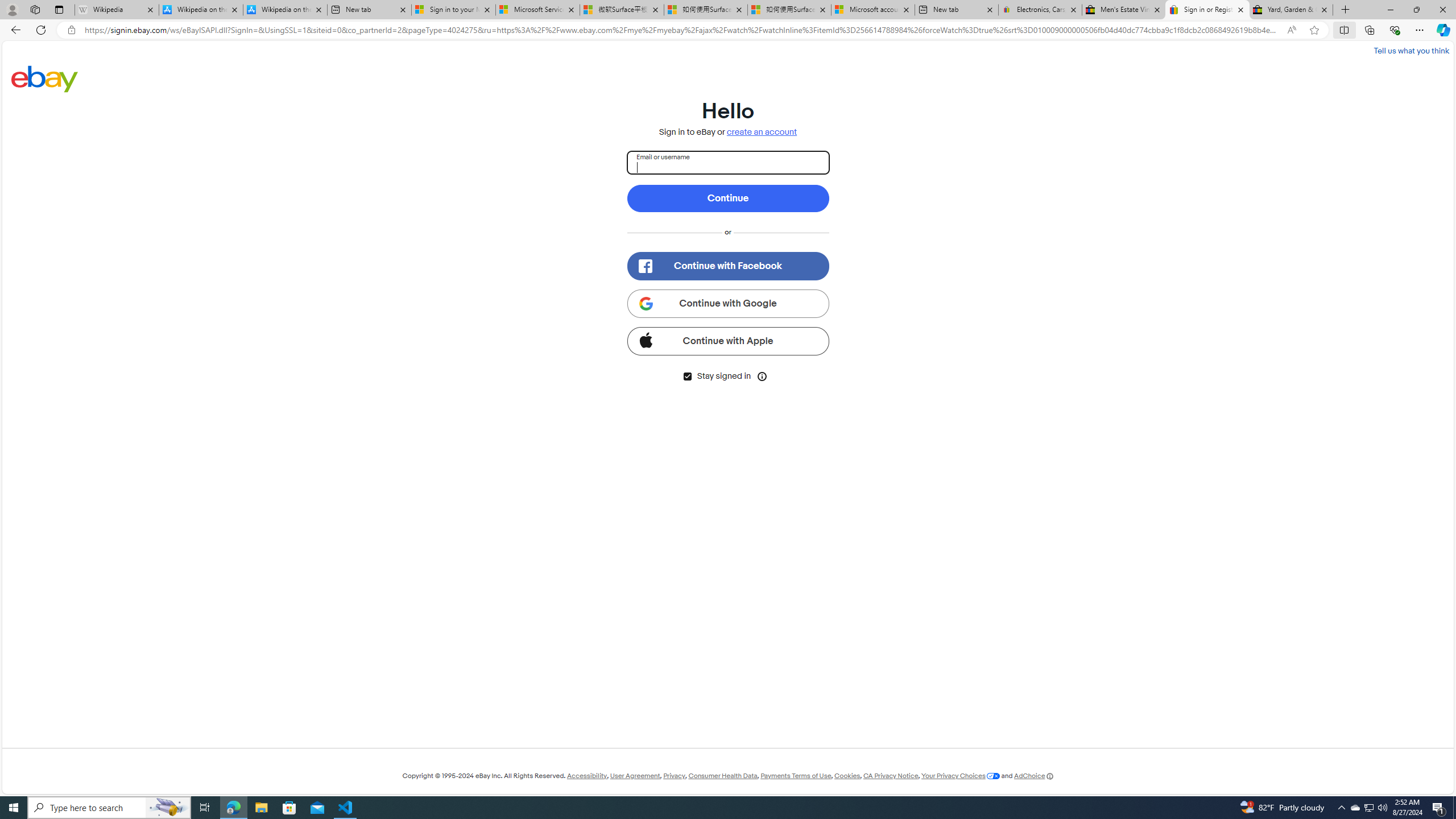 The image size is (1456, 819). I want to click on 'CA Privacy Notice', so click(890, 775).